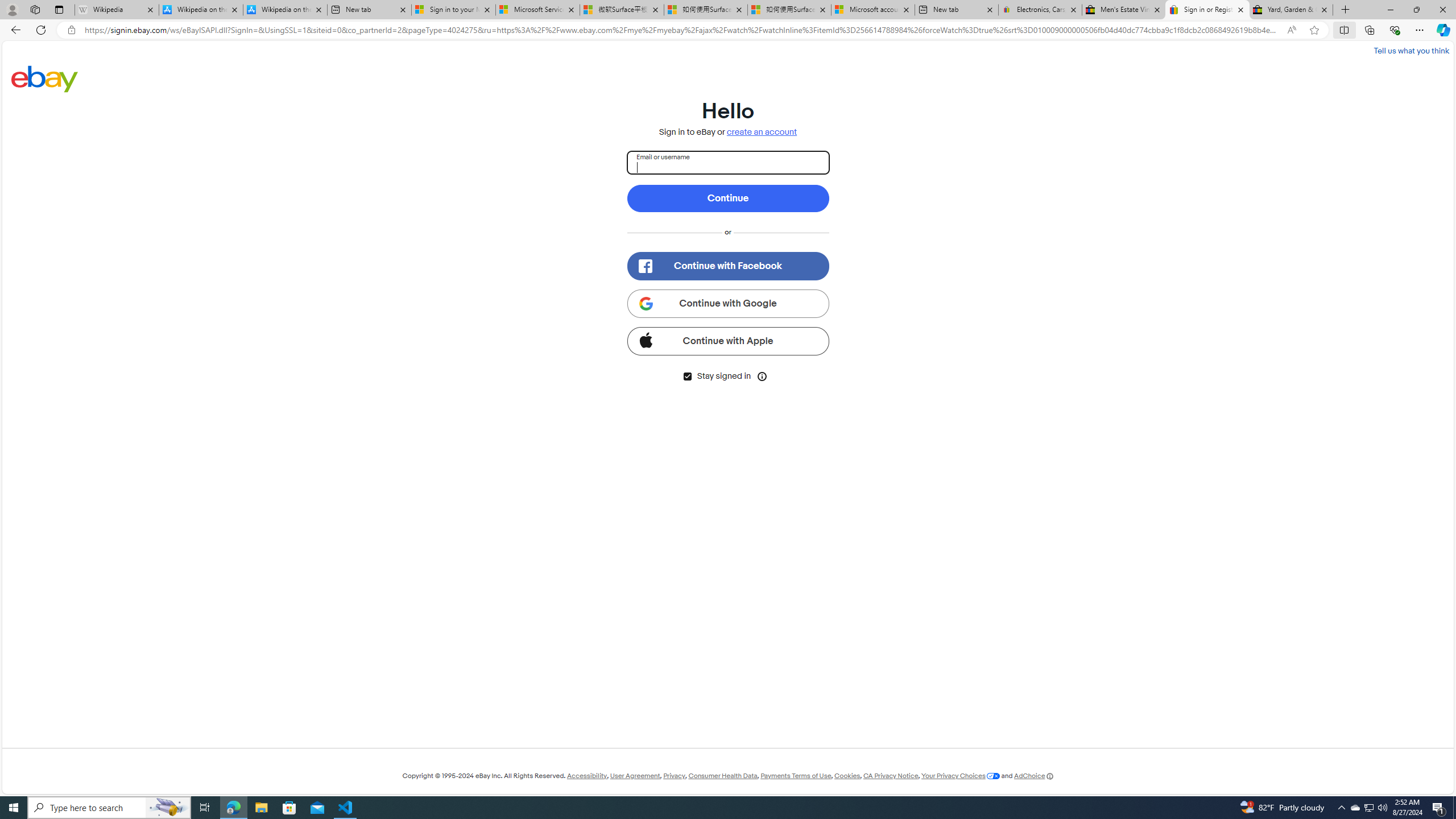 The image size is (1456, 819). I want to click on 'CA Privacy Notice', so click(890, 775).